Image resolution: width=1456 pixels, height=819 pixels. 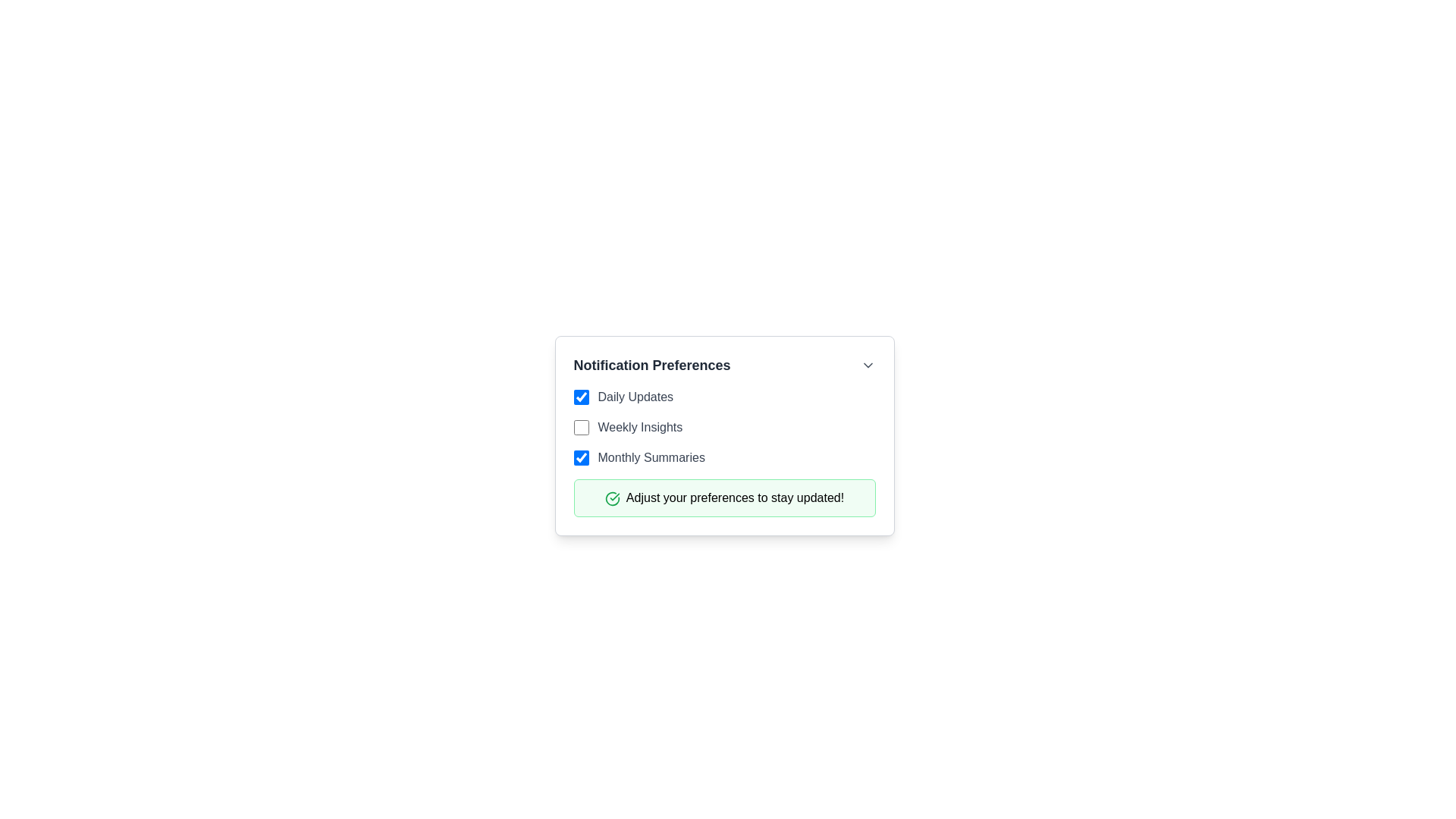 I want to click on the green-colored circular checkmark icon located in the green-bordered notification box that contains the text 'Adjust your preferences to stay updated!', so click(x=612, y=498).